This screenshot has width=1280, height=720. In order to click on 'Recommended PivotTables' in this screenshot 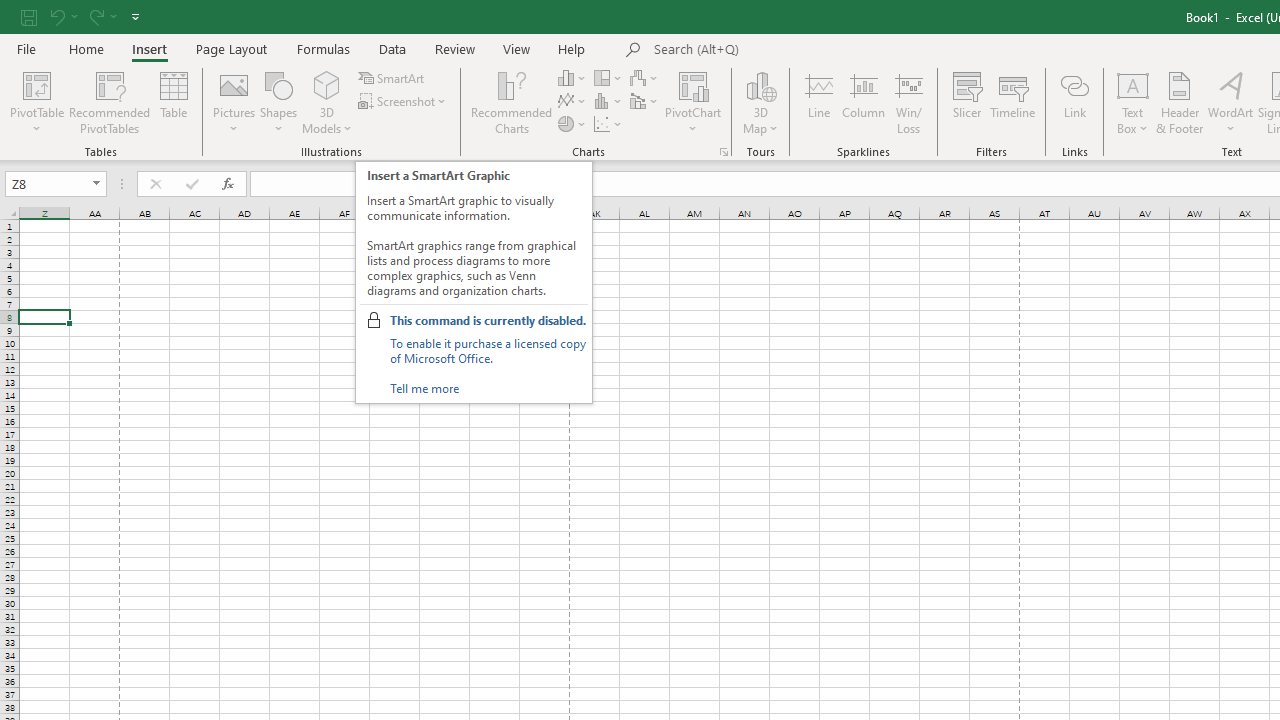, I will do `click(109, 103)`.